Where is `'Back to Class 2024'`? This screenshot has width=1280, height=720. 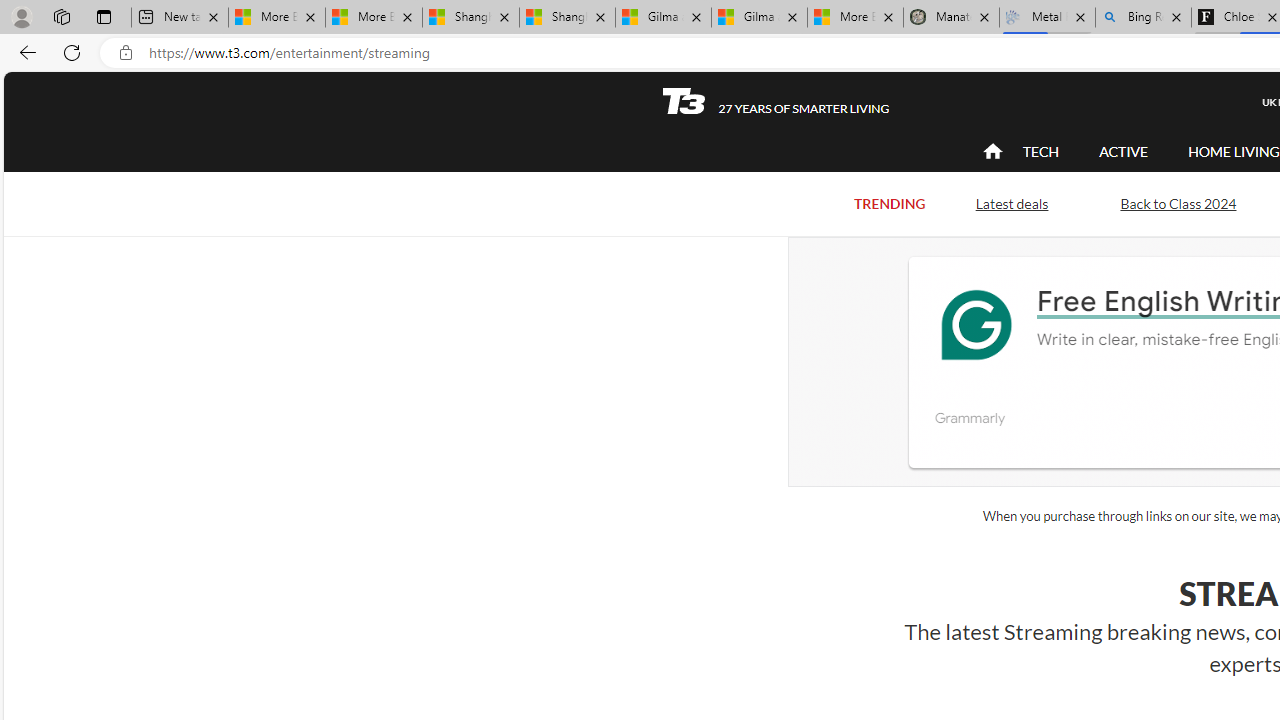
'Back to Class 2024' is located at coordinates (1178, 204).